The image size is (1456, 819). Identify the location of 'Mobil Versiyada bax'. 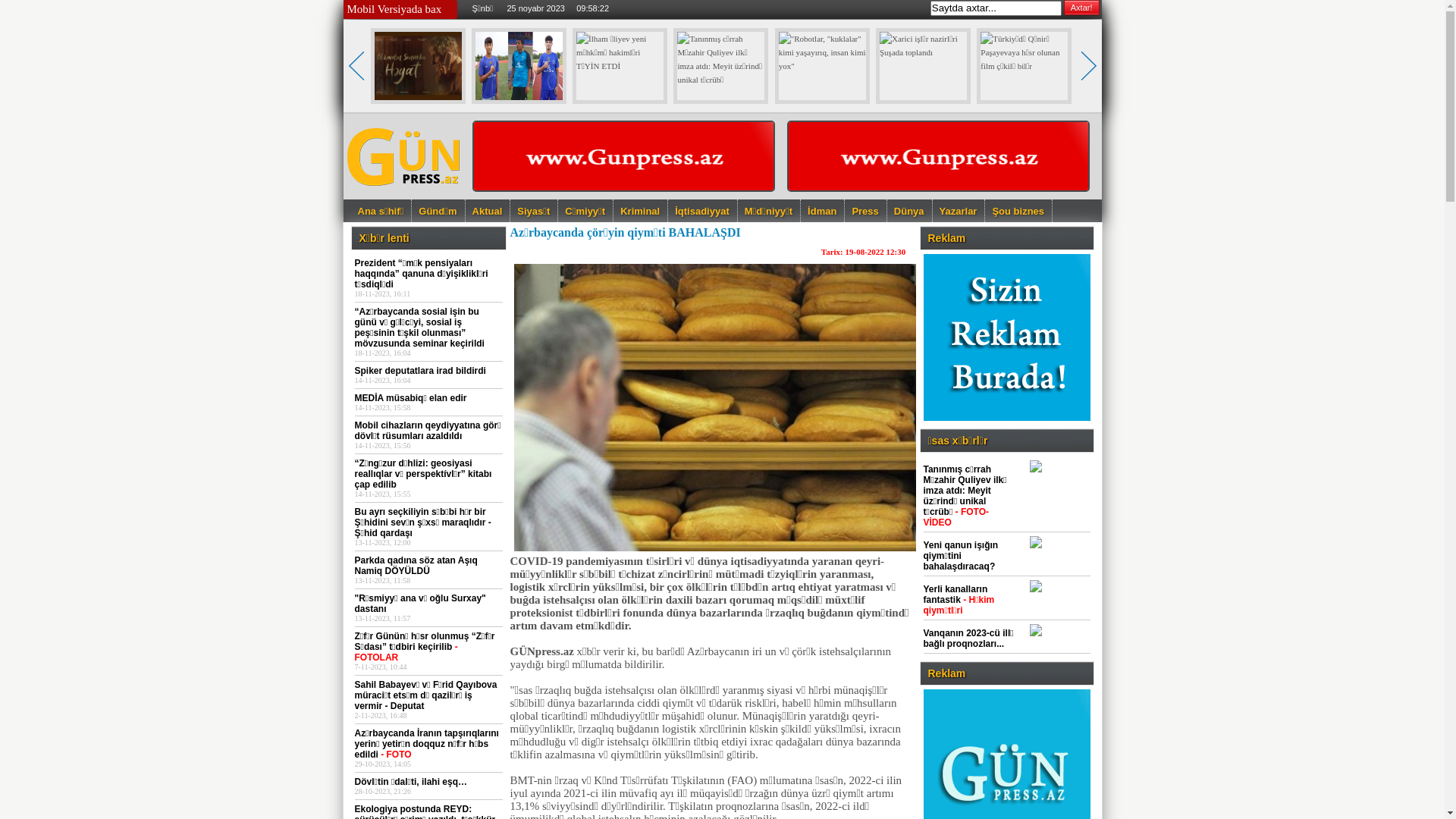
(394, 8).